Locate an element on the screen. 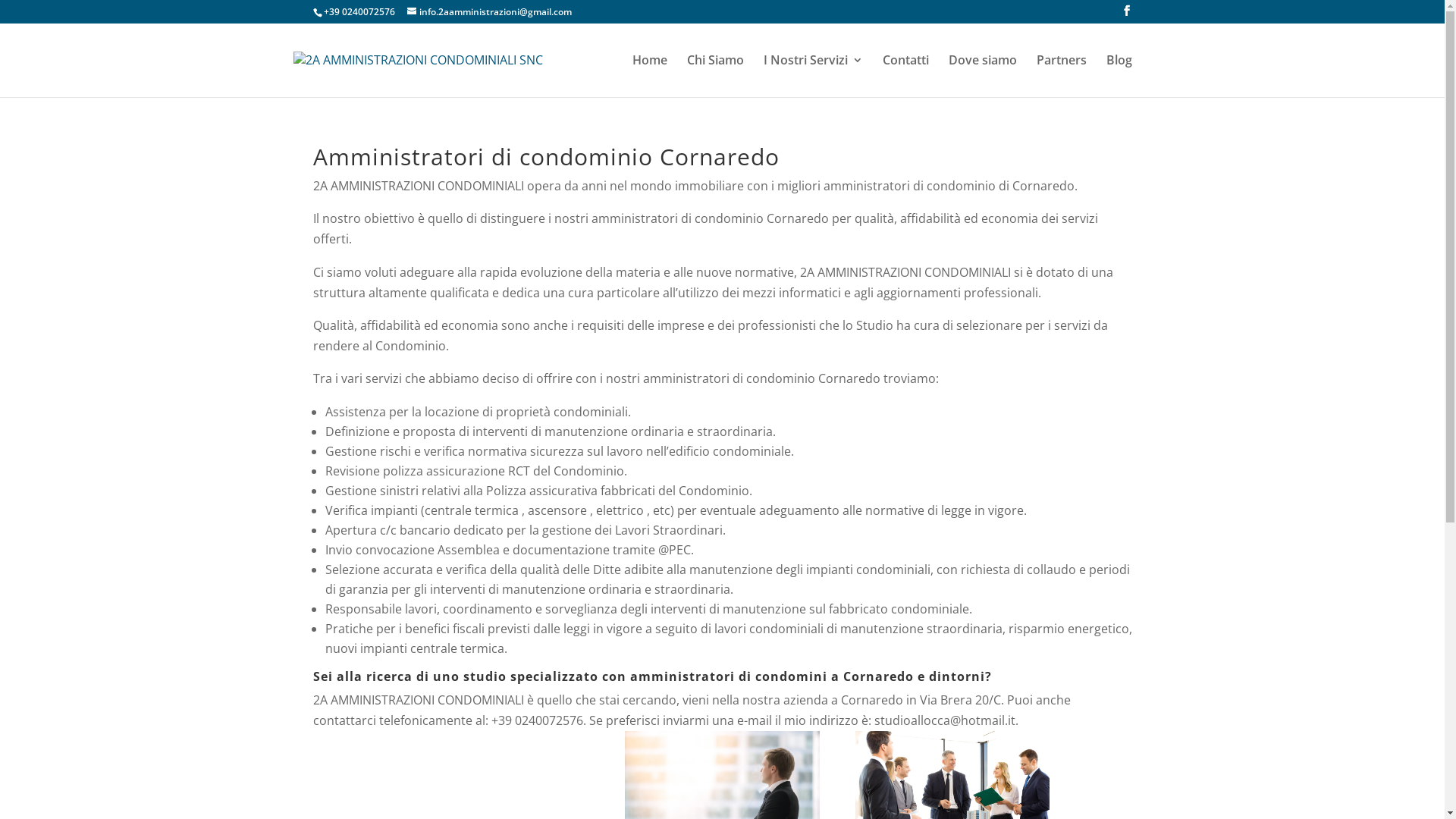 Image resolution: width=1456 pixels, height=819 pixels. 'info.2aamministrazioni@gmail.com' is located at coordinates (488, 11).